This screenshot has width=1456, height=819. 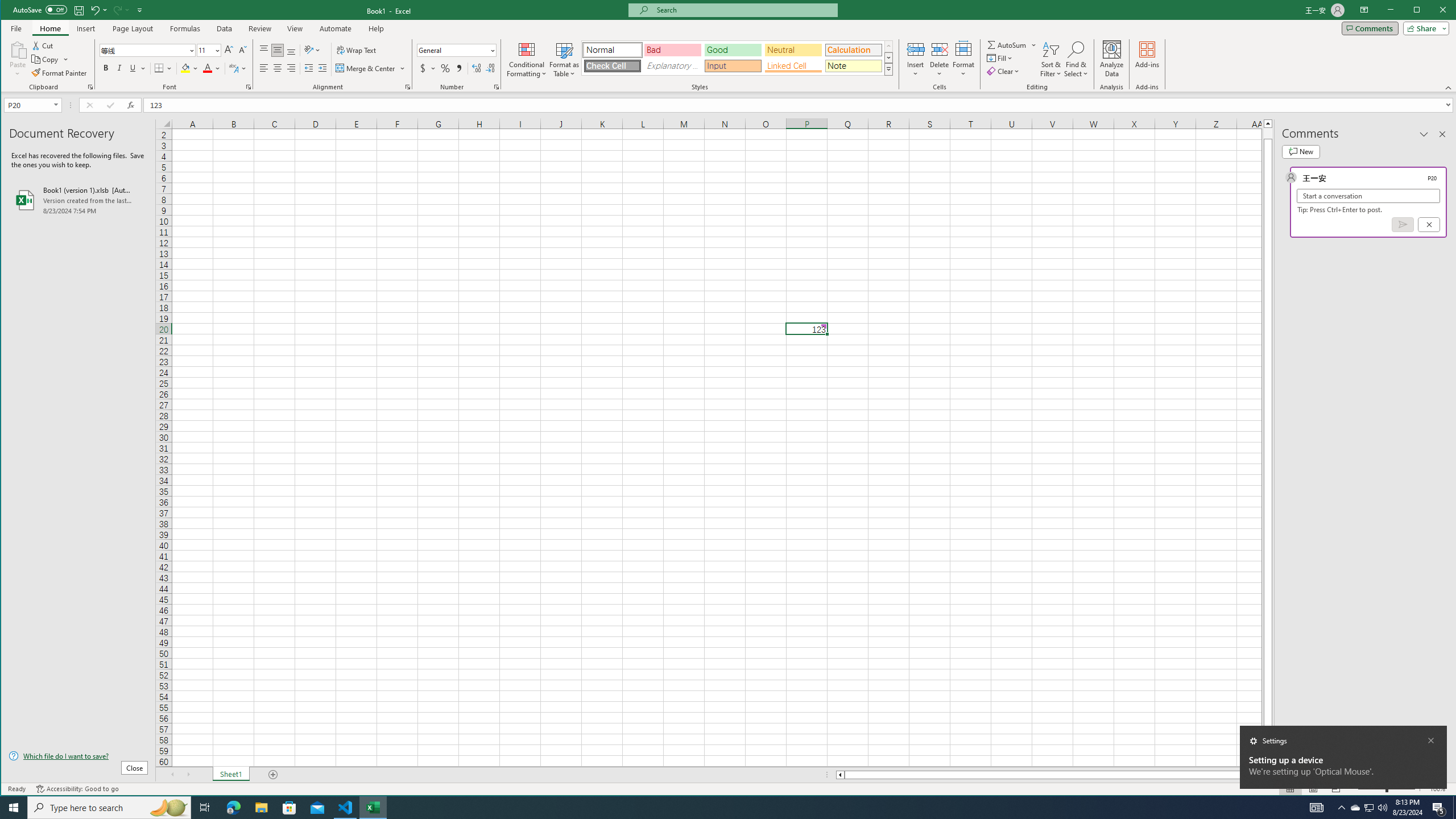 I want to click on 'Column left', so click(x=839, y=775).